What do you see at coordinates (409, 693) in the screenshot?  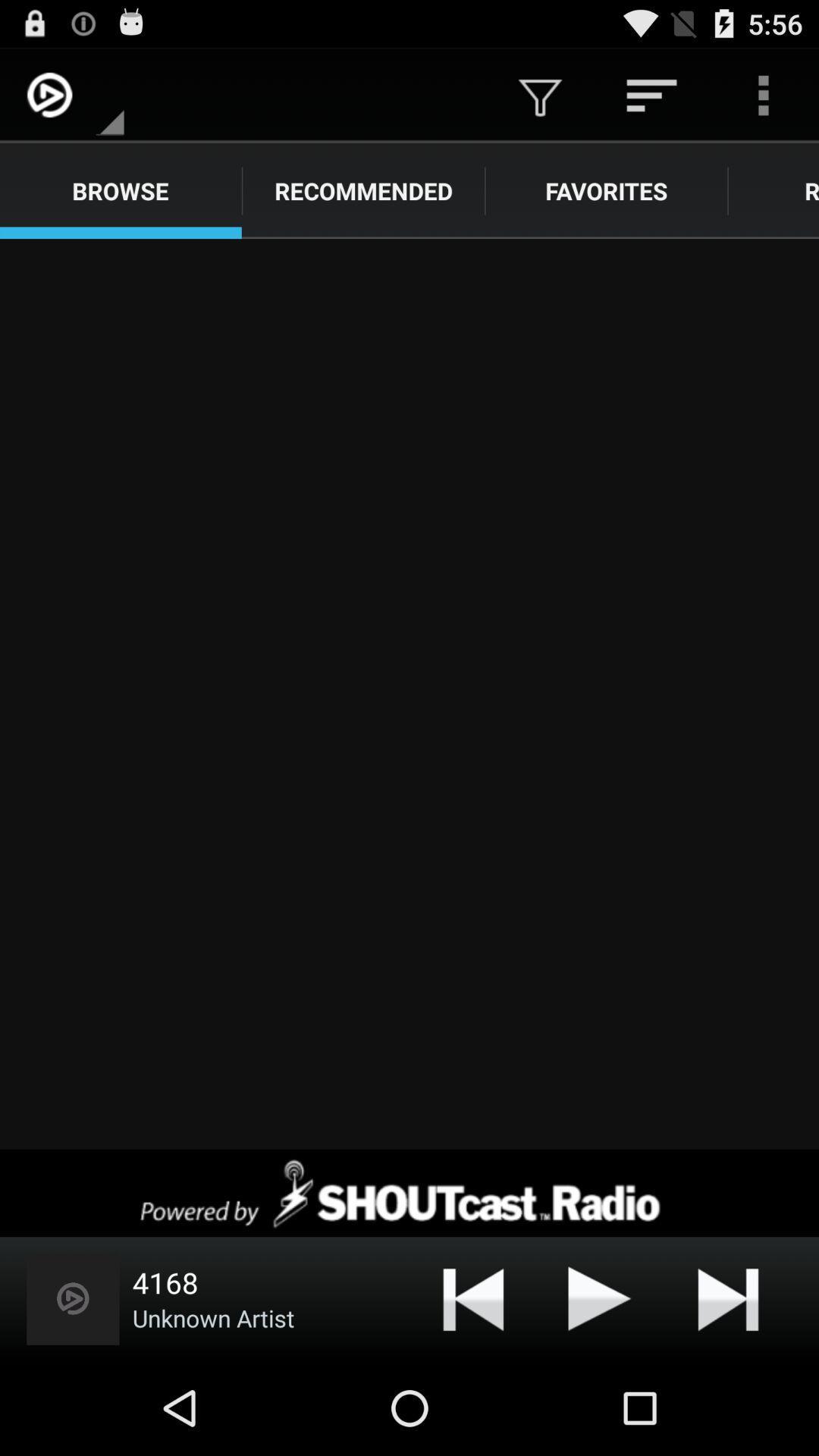 I see `the icon below the browse item` at bounding box center [409, 693].